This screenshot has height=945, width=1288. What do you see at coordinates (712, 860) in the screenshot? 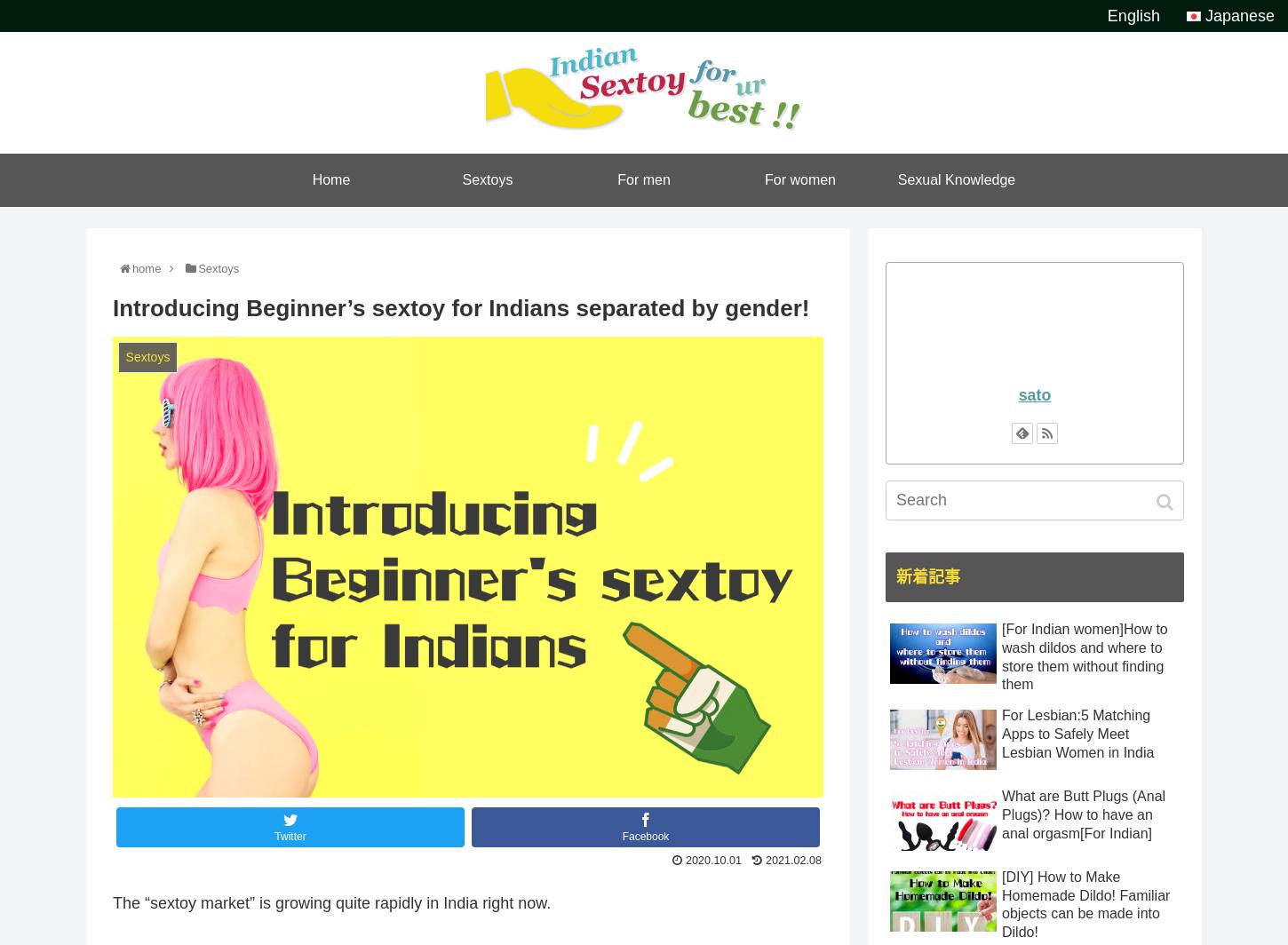
I see `'2020.10.01'` at bounding box center [712, 860].